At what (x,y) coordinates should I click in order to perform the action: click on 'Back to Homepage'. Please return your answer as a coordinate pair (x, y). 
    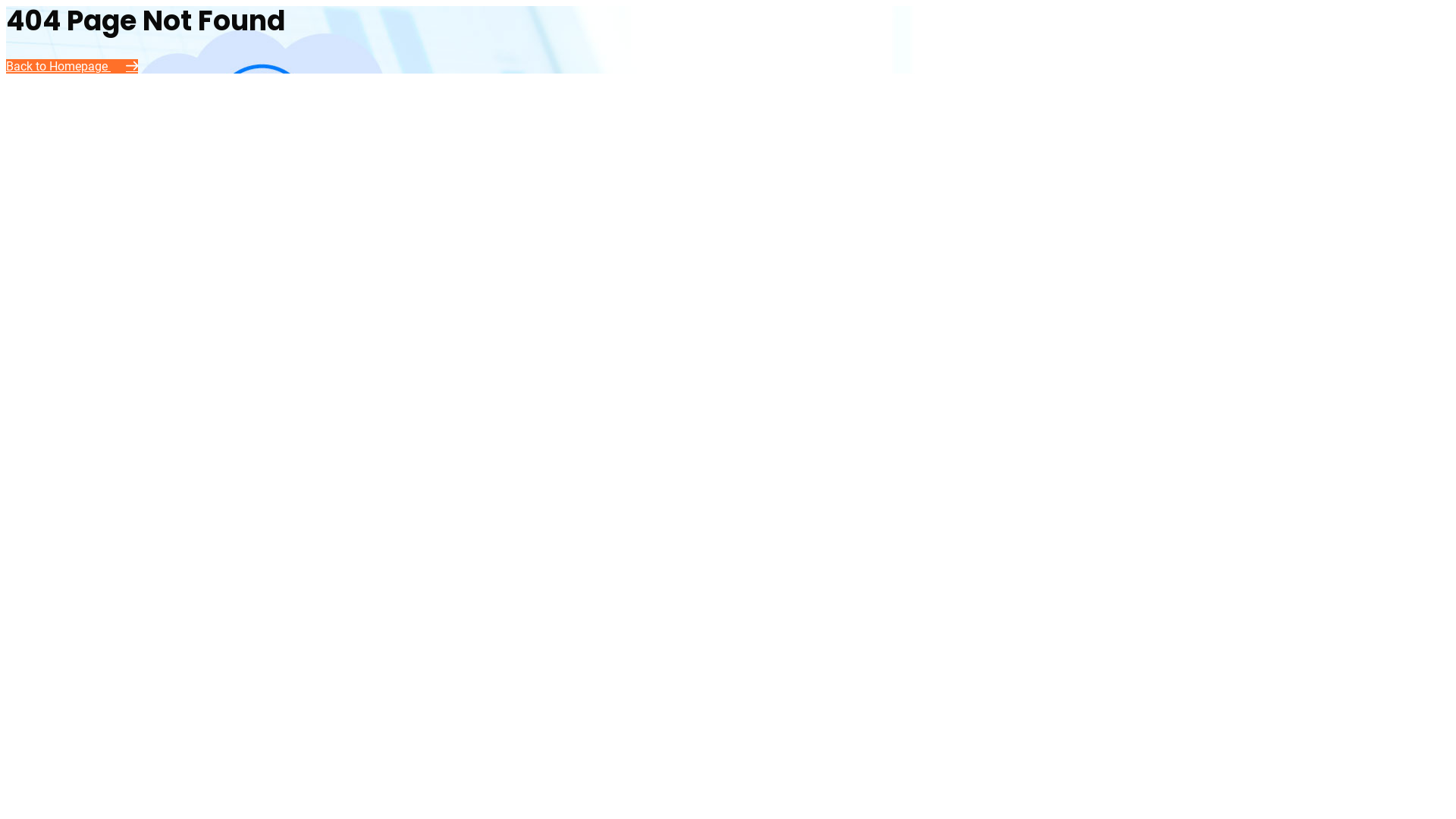
    Looking at the image, I should click on (71, 65).